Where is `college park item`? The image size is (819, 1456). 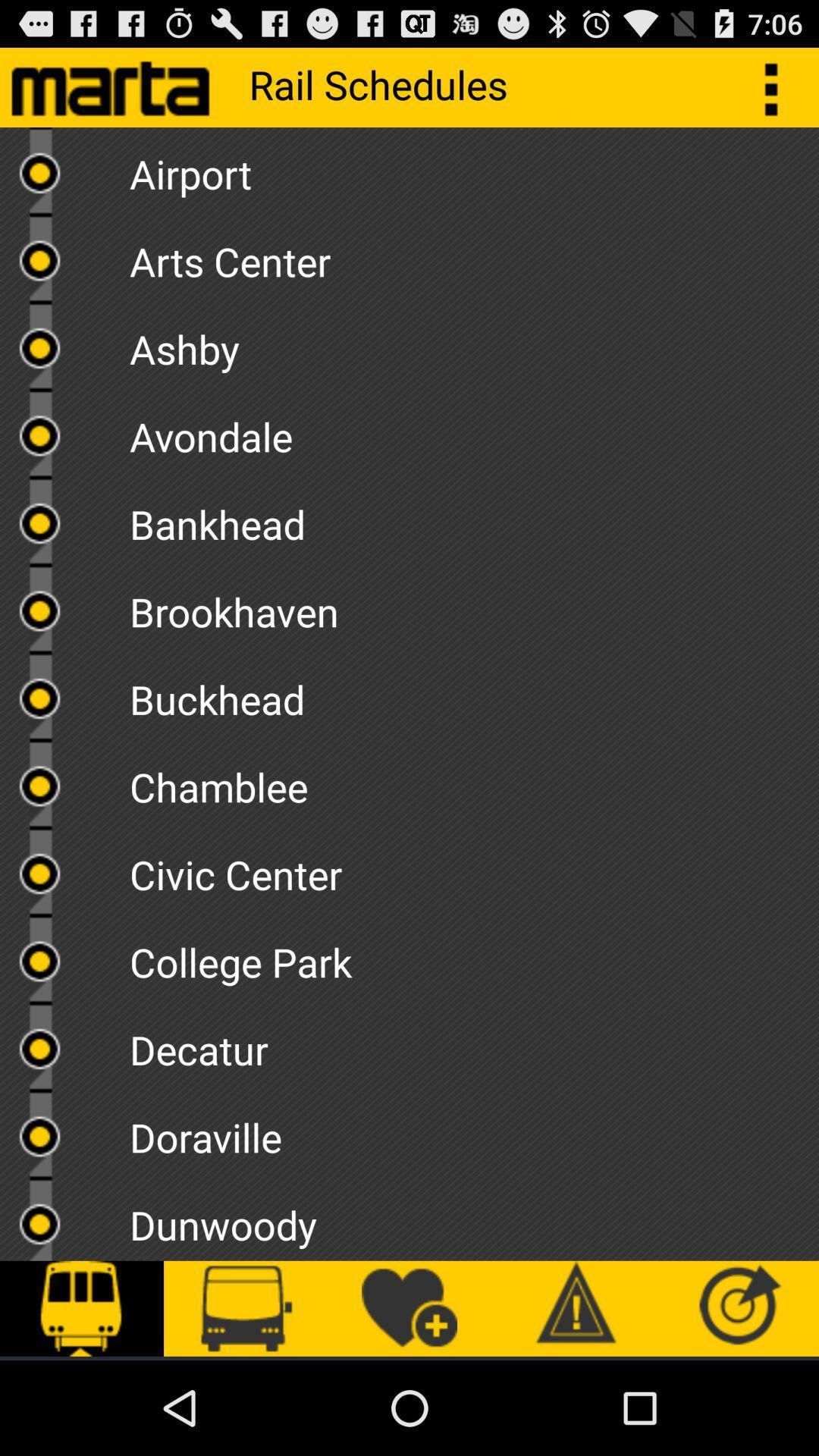 college park item is located at coordinates (473, 956).